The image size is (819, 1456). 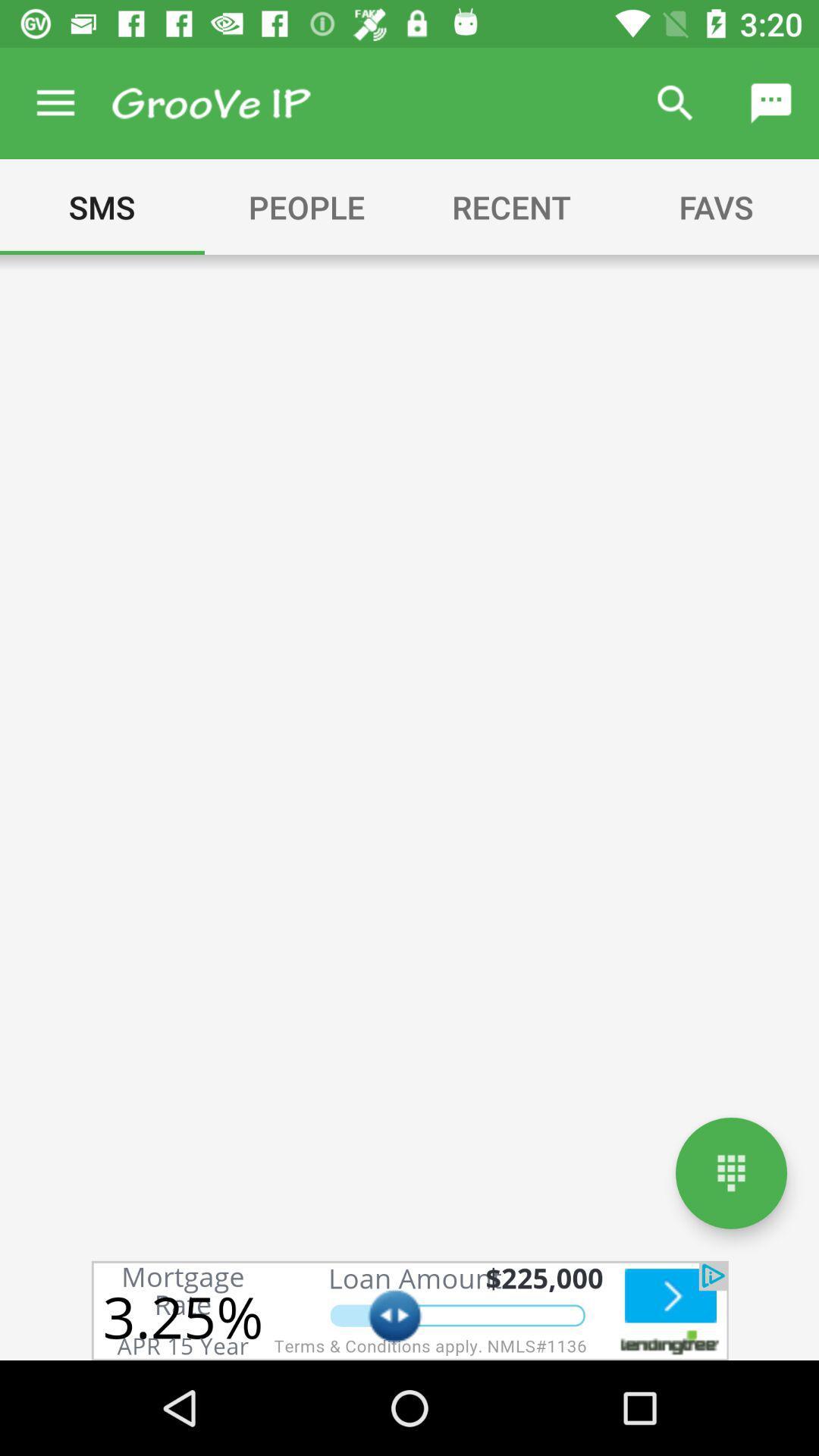 I want to click on groove ip, so click(x=211, y=102).